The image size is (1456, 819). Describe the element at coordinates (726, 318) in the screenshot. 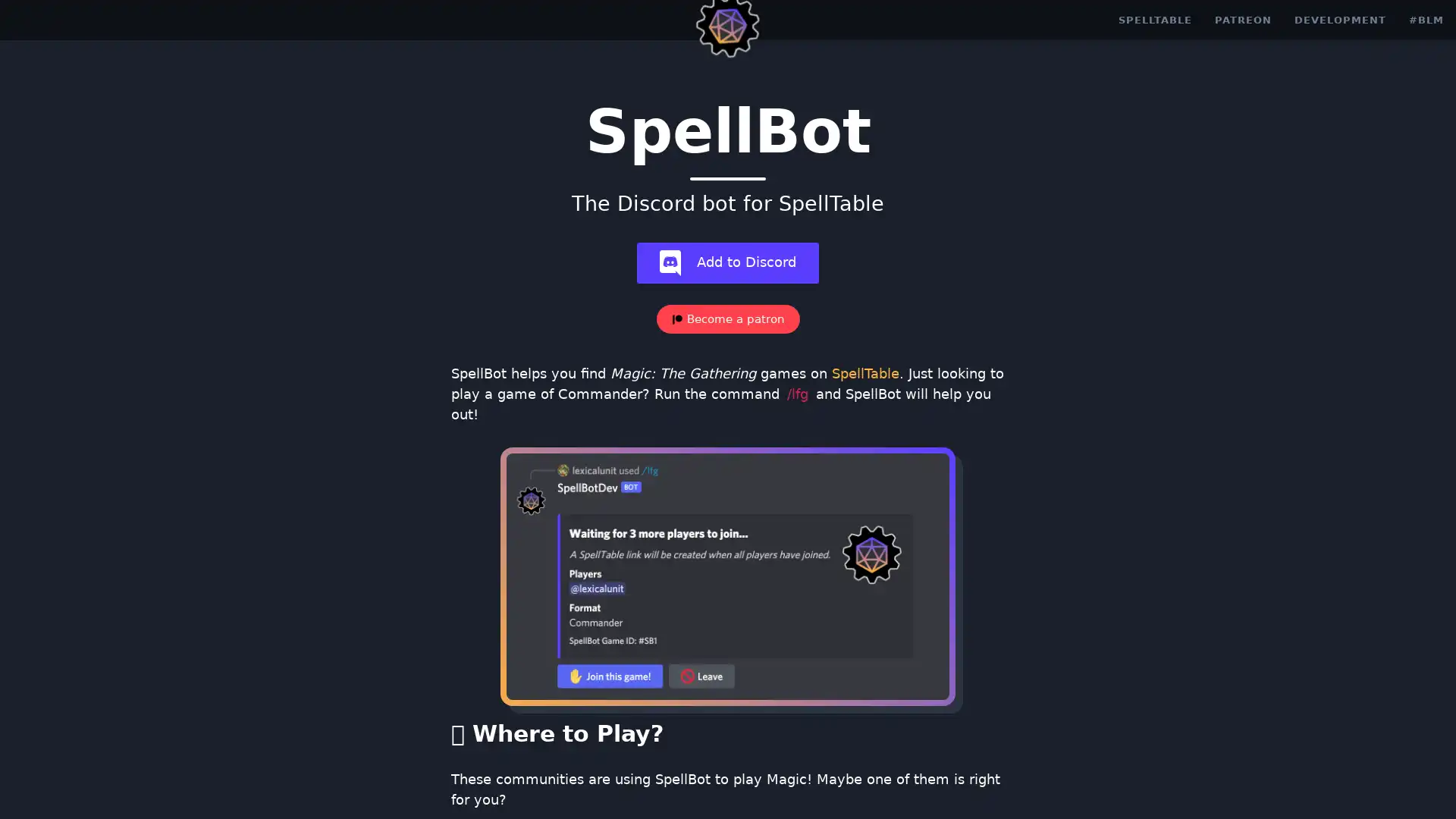

I see `Become a patron` at that location.